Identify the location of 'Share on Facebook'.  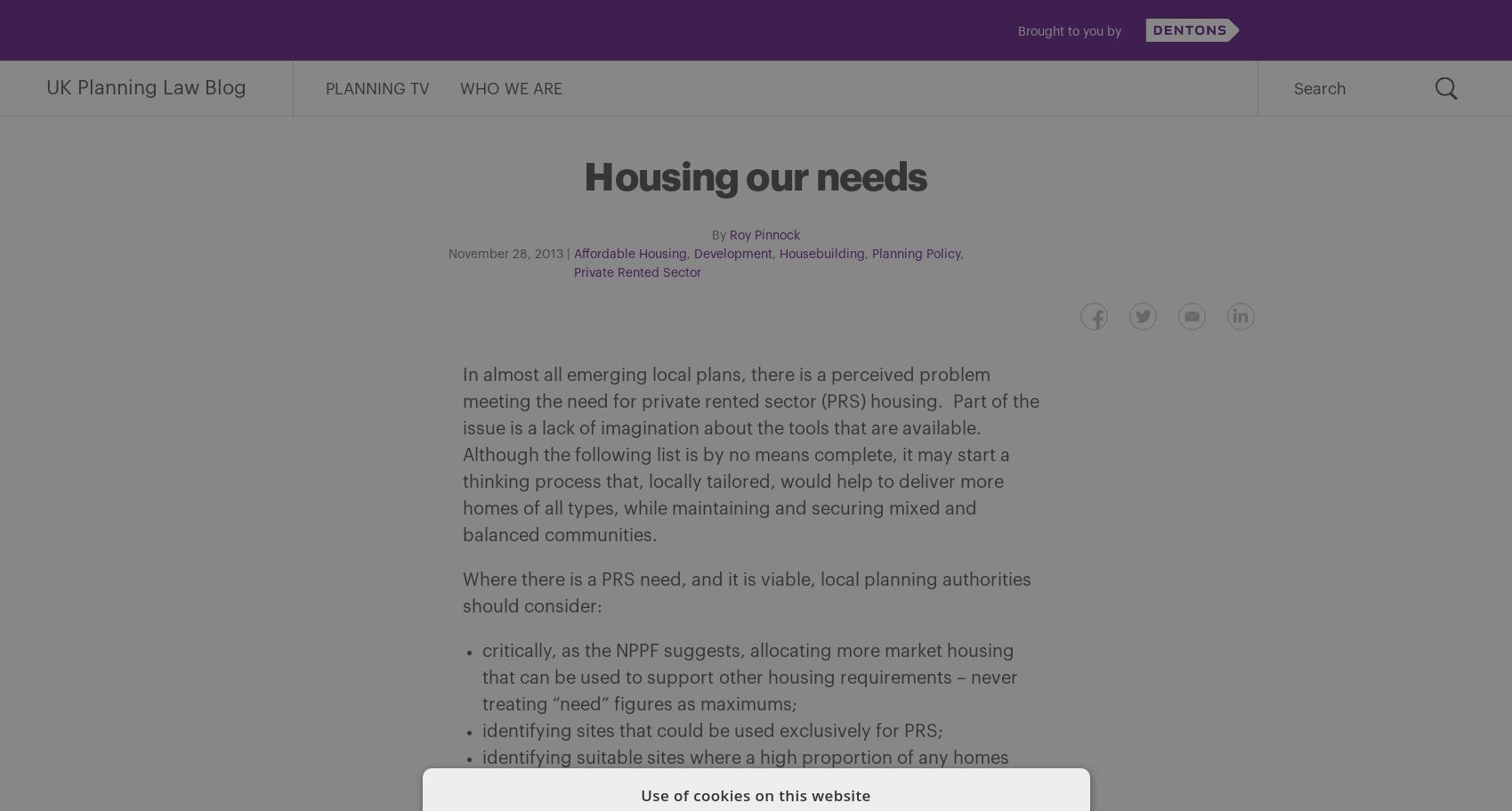
(647, 317).